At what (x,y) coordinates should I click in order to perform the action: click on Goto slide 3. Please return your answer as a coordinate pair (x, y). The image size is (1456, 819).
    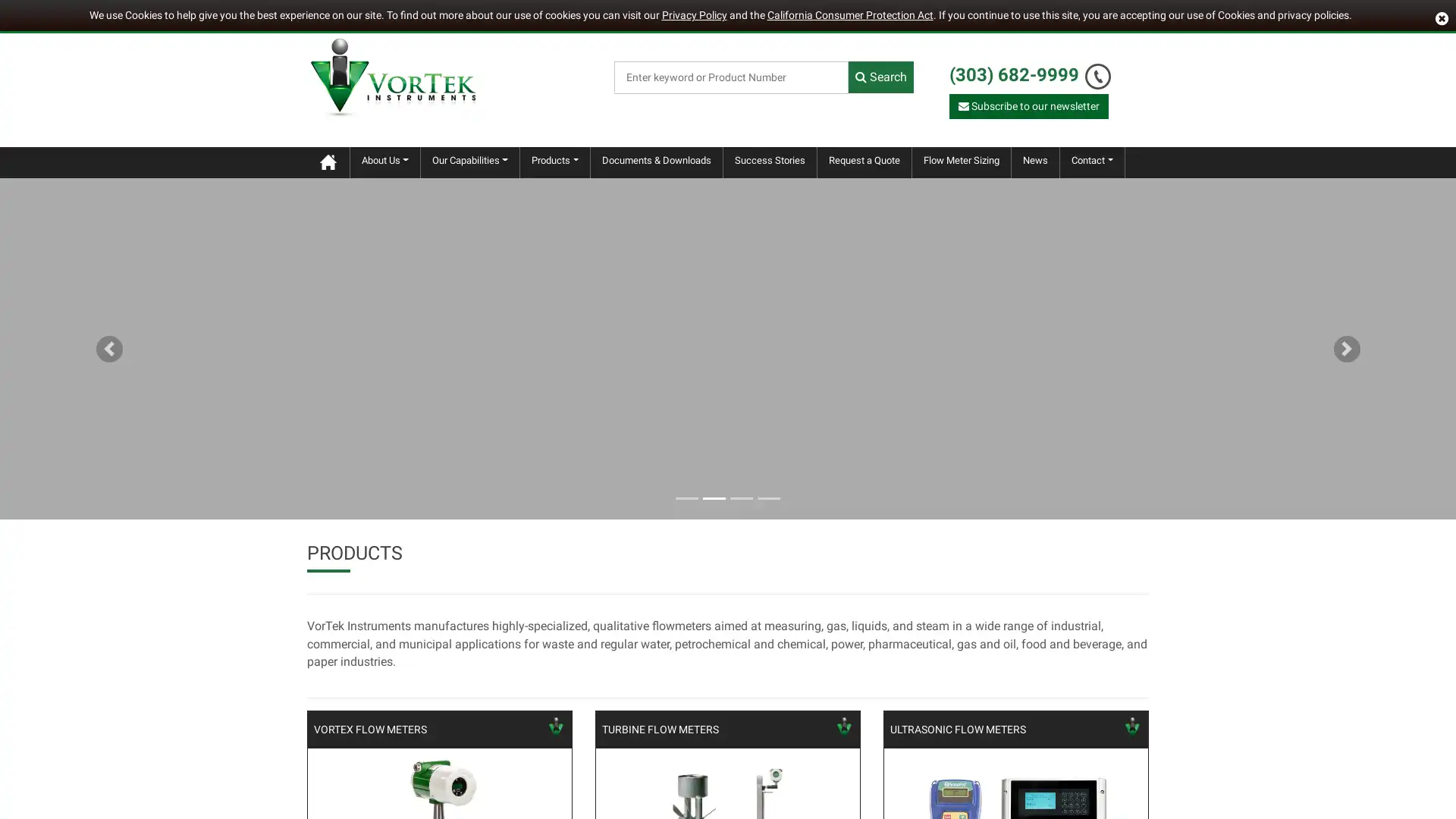
    Looking at the image, I should click on (742, 466).